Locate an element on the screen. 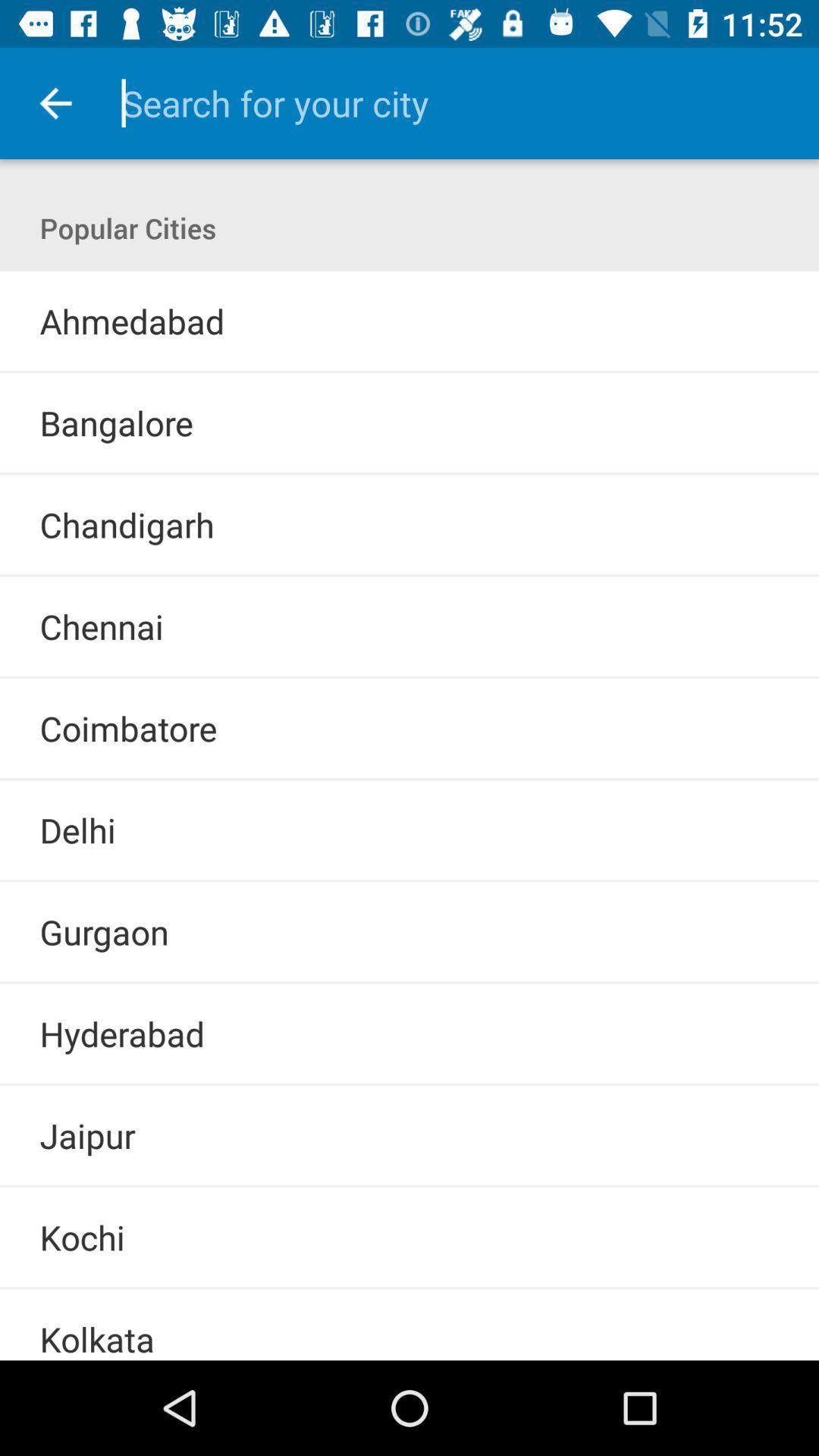 This screenshot has height=1456, width=819. the item above the hyderabad is located at coordinates (409, 983).